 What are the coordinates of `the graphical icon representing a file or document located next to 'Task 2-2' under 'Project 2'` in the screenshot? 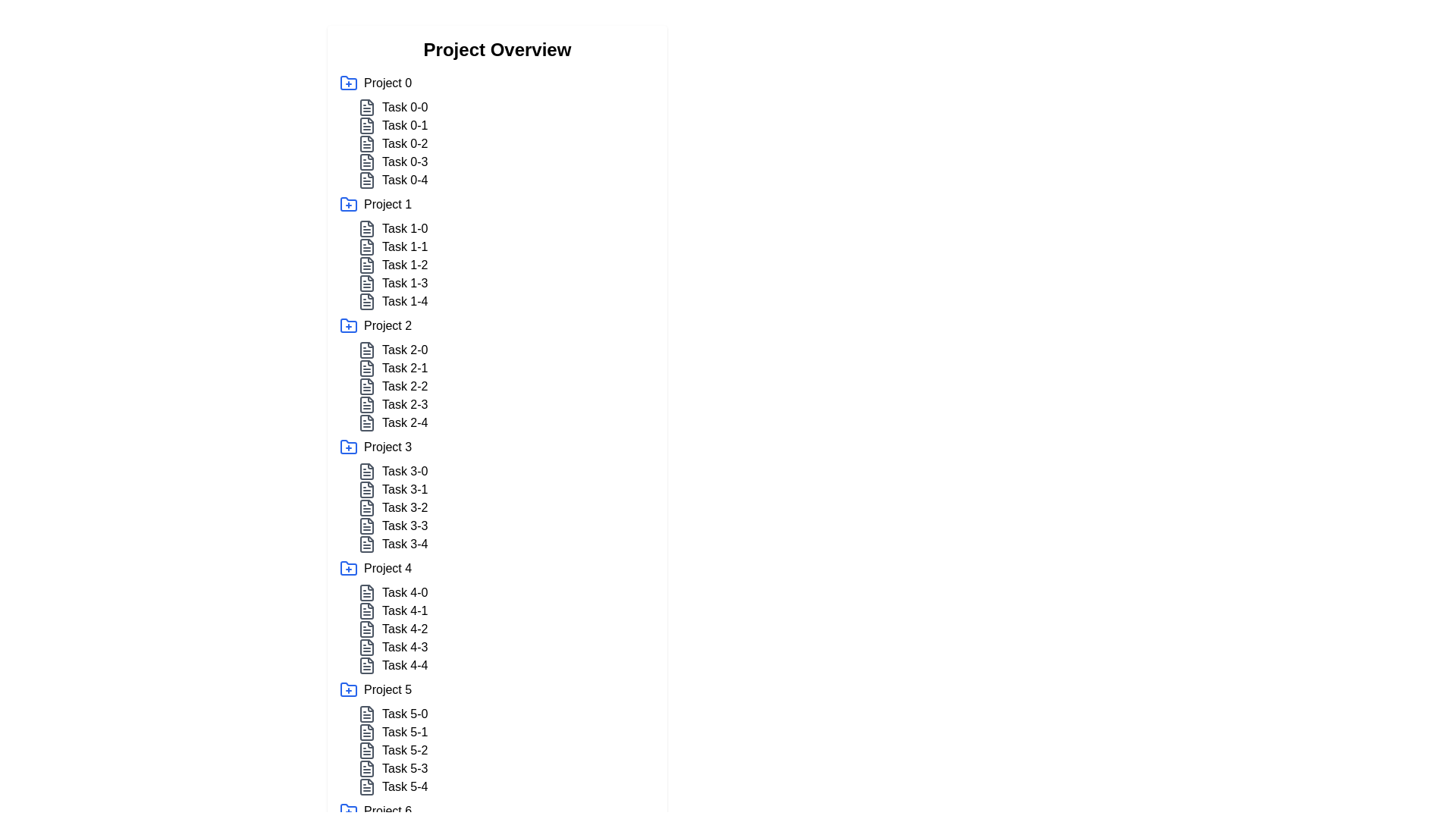 It's located at (367, 403).